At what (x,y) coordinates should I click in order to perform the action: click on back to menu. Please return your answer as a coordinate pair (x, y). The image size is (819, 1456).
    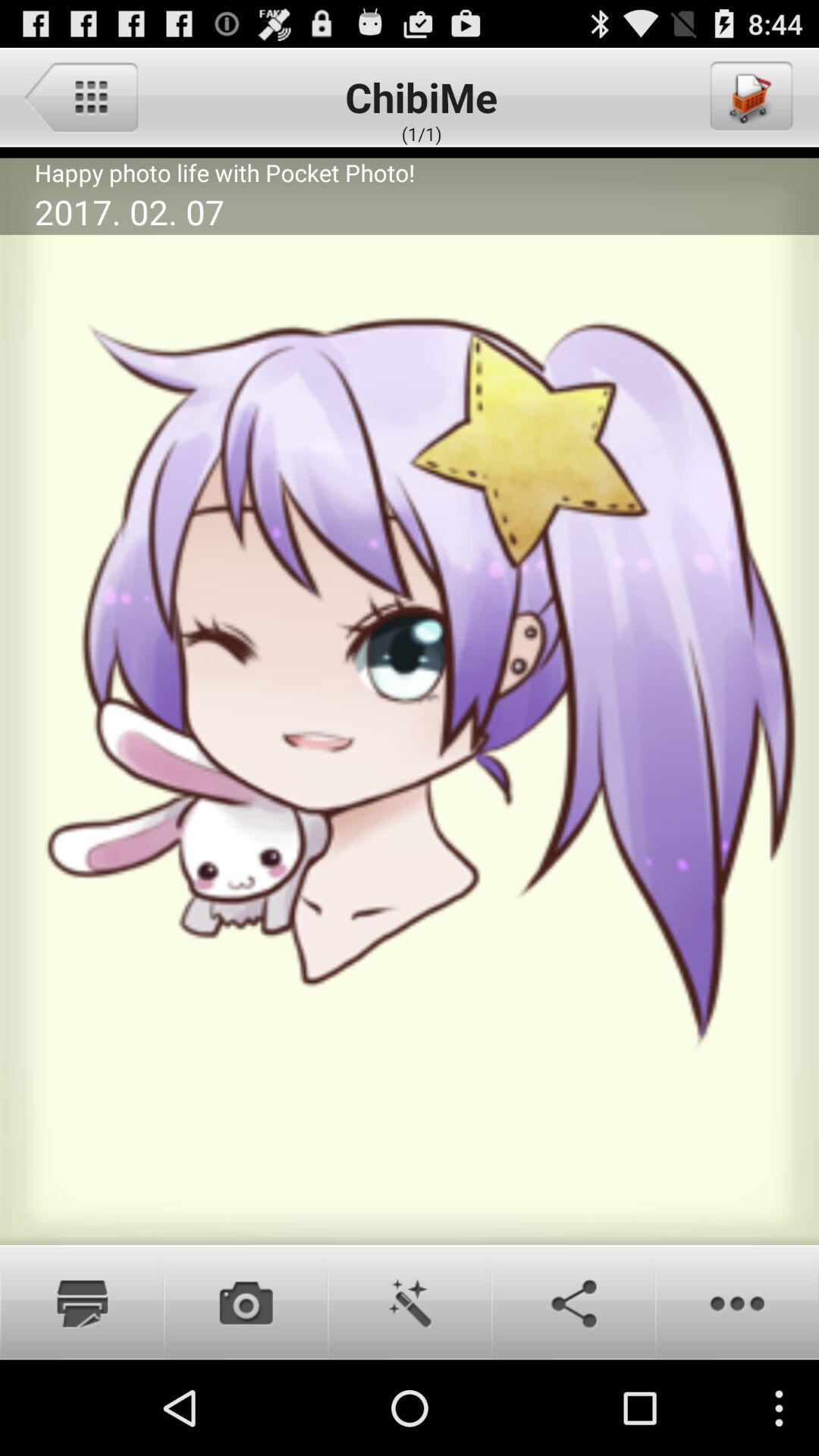
    Looking at the image, I should click on (80, 96).